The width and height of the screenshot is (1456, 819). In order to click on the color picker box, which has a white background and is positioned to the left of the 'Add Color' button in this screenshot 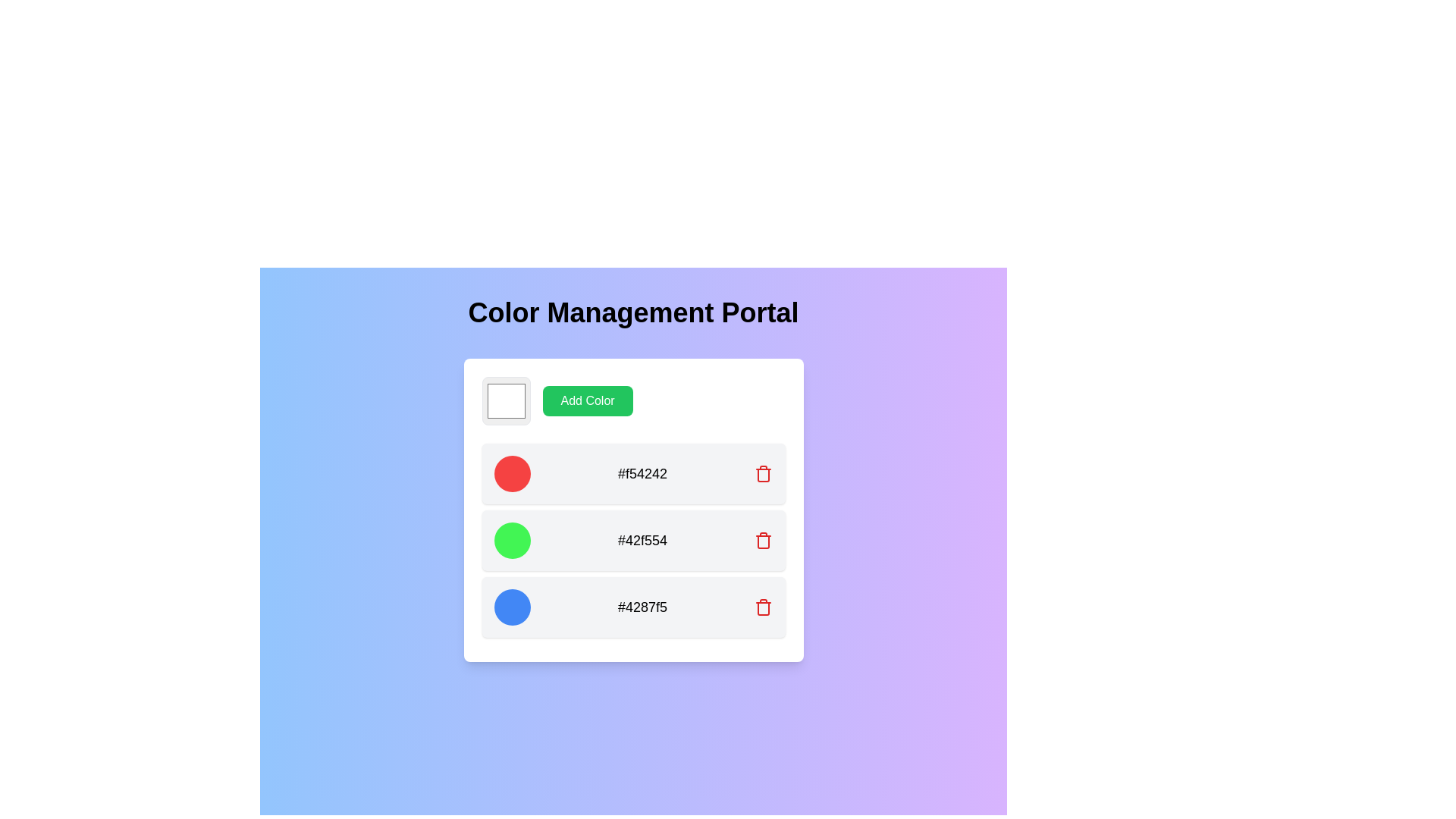, I will do `click(506, 400)`.